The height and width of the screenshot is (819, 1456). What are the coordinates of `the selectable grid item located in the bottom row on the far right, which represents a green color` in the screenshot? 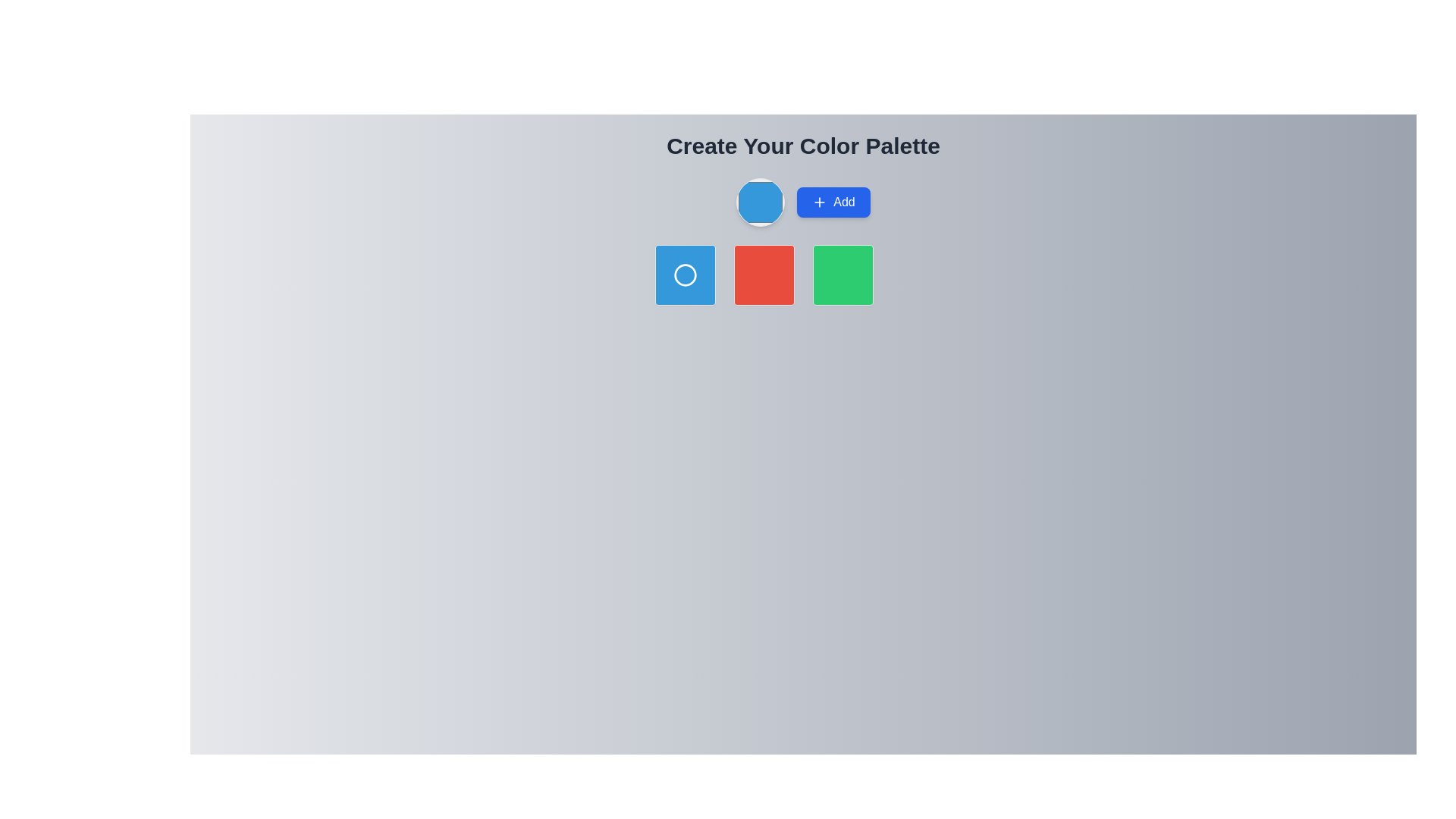 It's located at (842, 275).